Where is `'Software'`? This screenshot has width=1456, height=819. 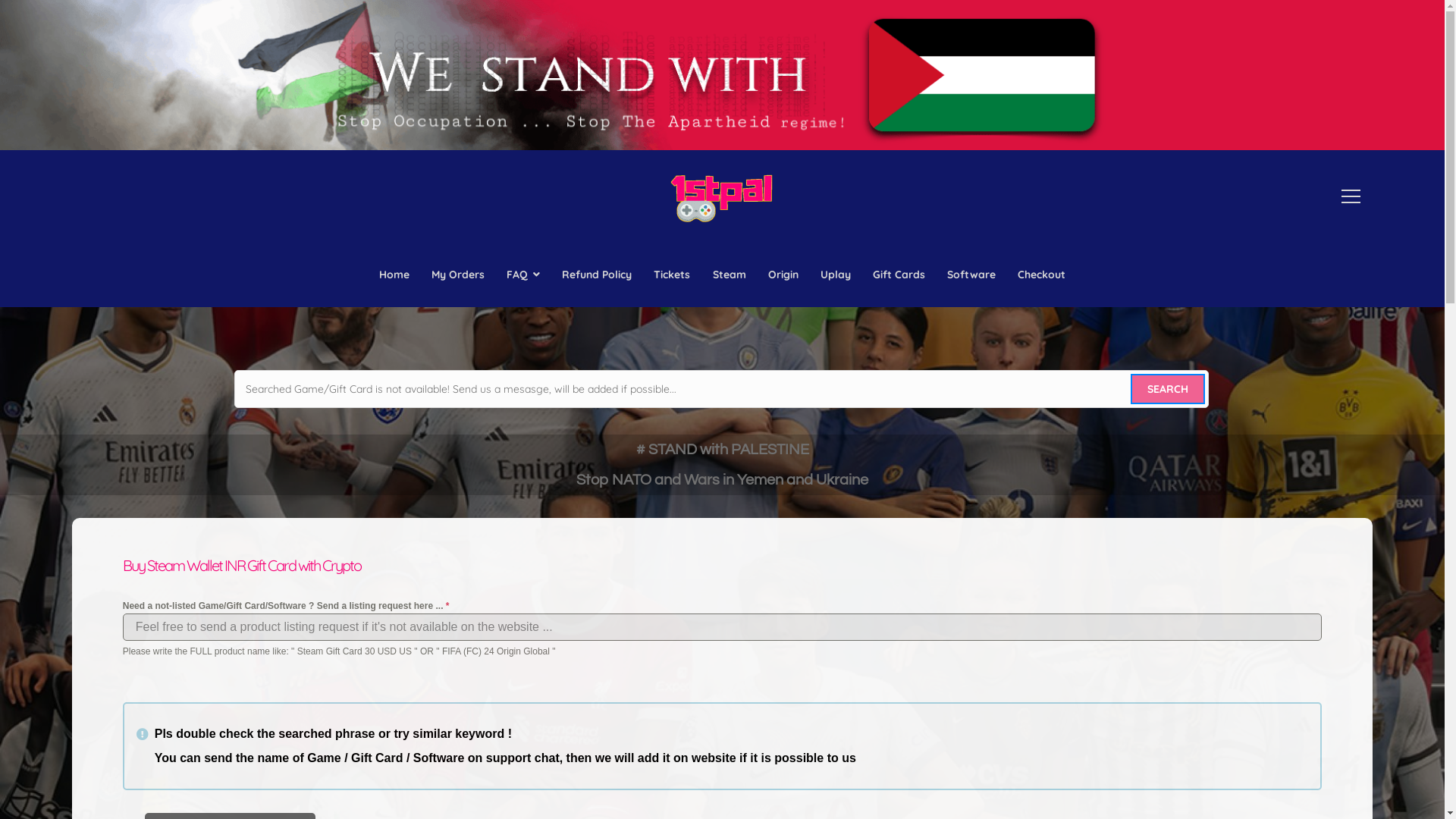
'Software' is located at coordinates (940, 275).